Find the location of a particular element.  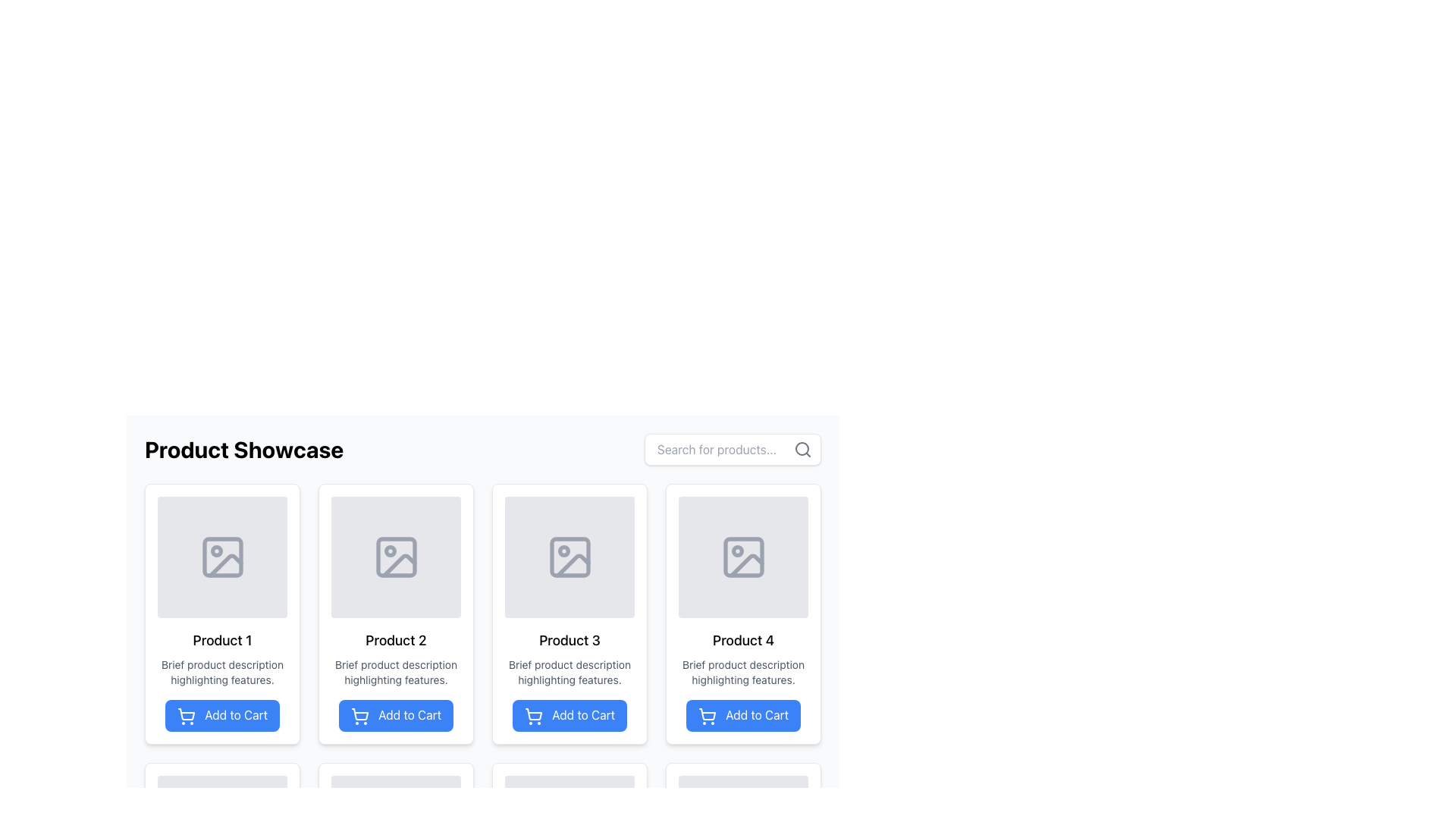

the button located at the bottom of the 'Product 2' card is located at coordinates (396, 715).